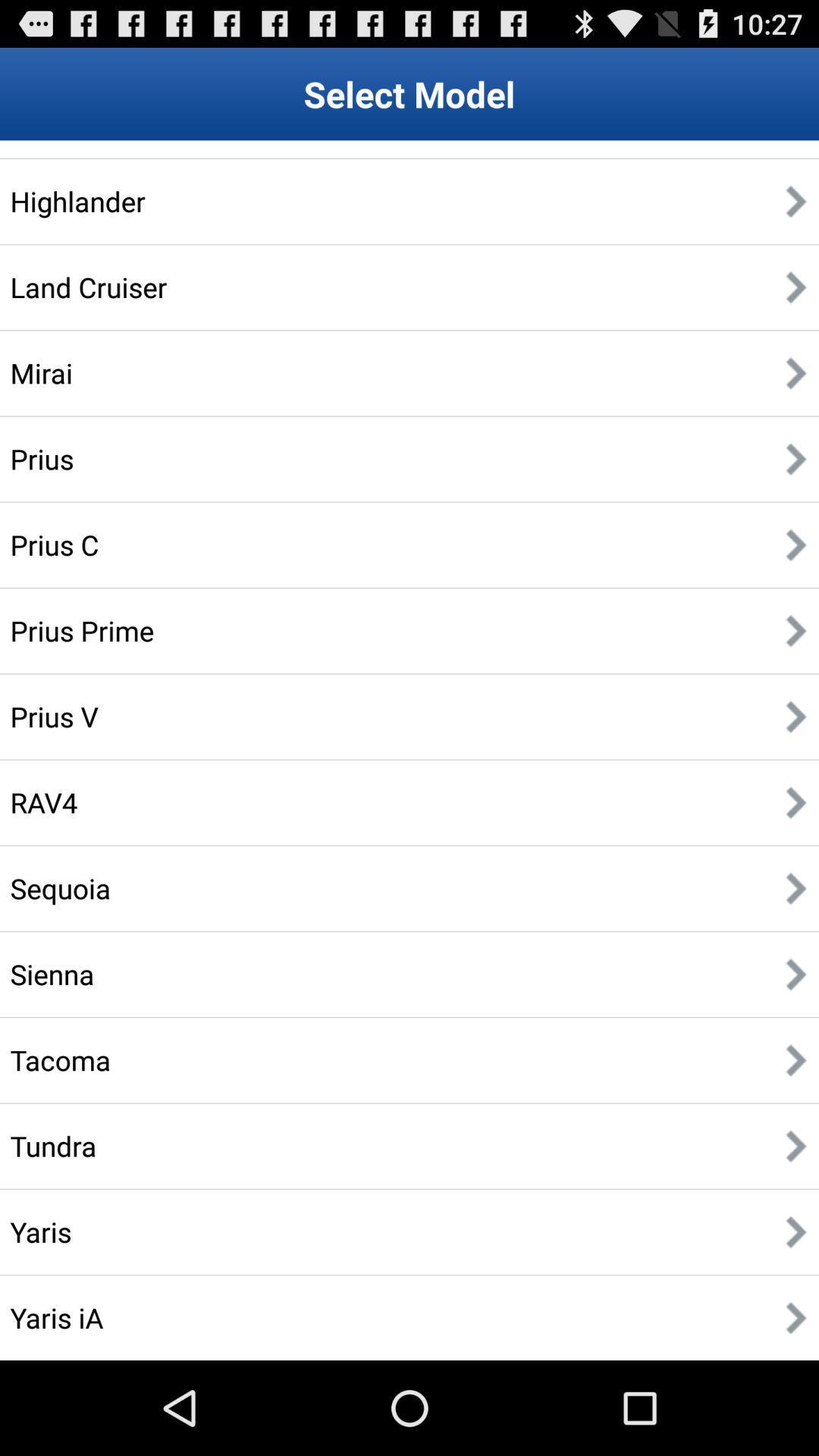 The height and width of the screenshot is (1456, 819). Describe the element at coordinates (59, 1059) in the screenshot. I see `tacoma icon` at that location.